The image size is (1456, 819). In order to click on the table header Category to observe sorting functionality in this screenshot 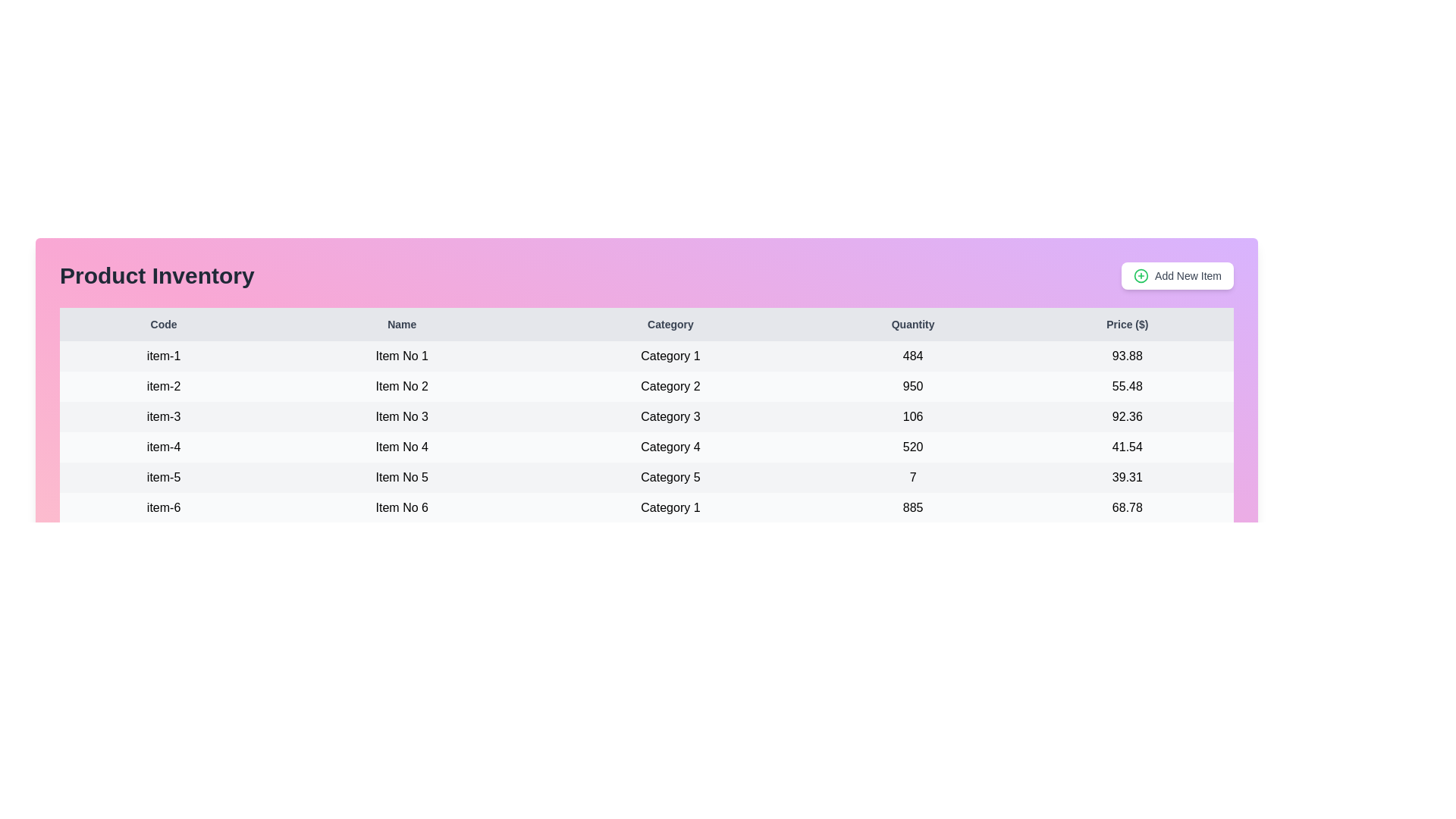, I will do `click(669, 324)`.